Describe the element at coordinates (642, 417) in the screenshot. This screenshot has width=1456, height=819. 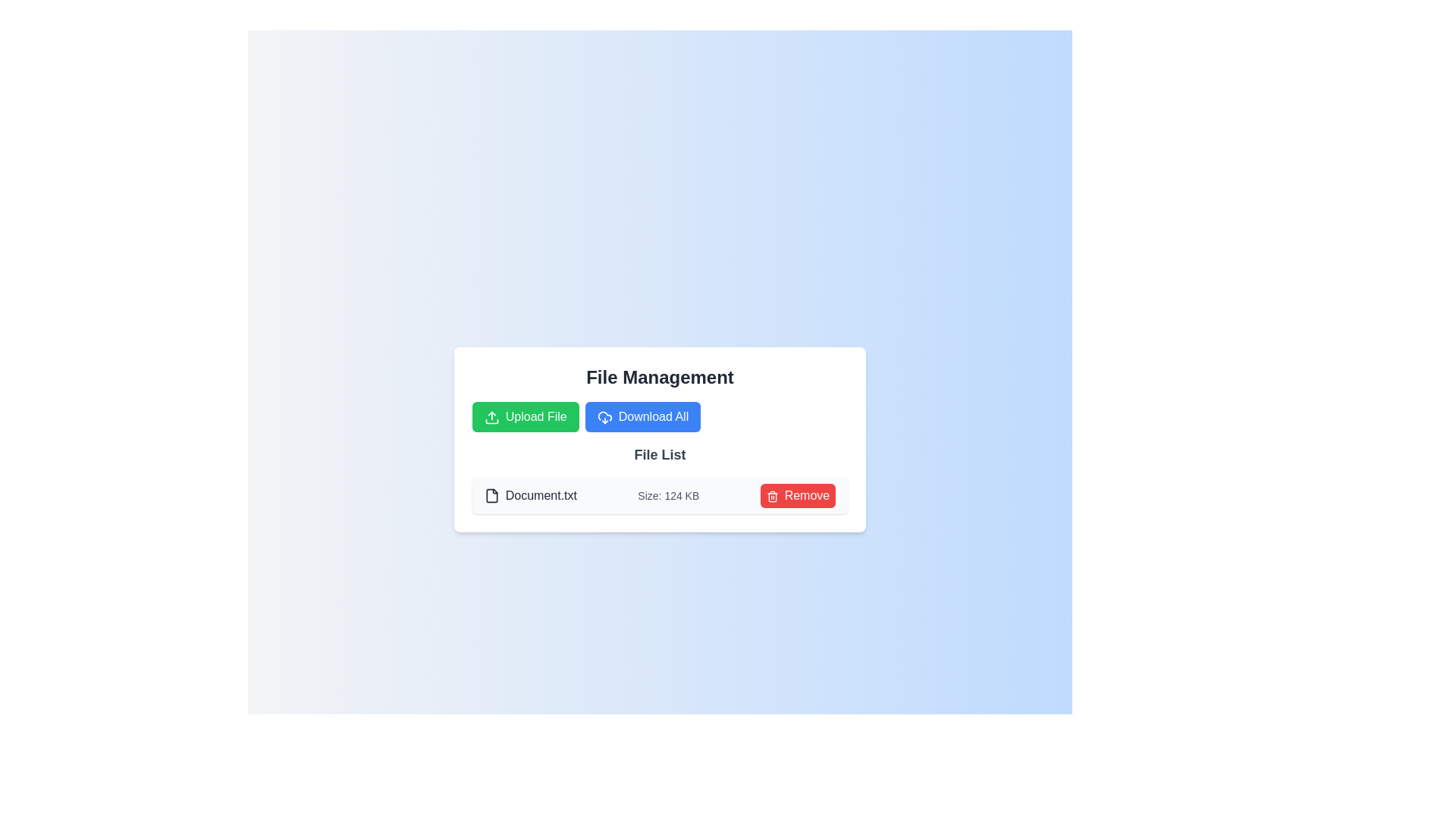
I see `the blue rectangular 'Download All' button with white text and a cloud download icon to change its color` at that location.